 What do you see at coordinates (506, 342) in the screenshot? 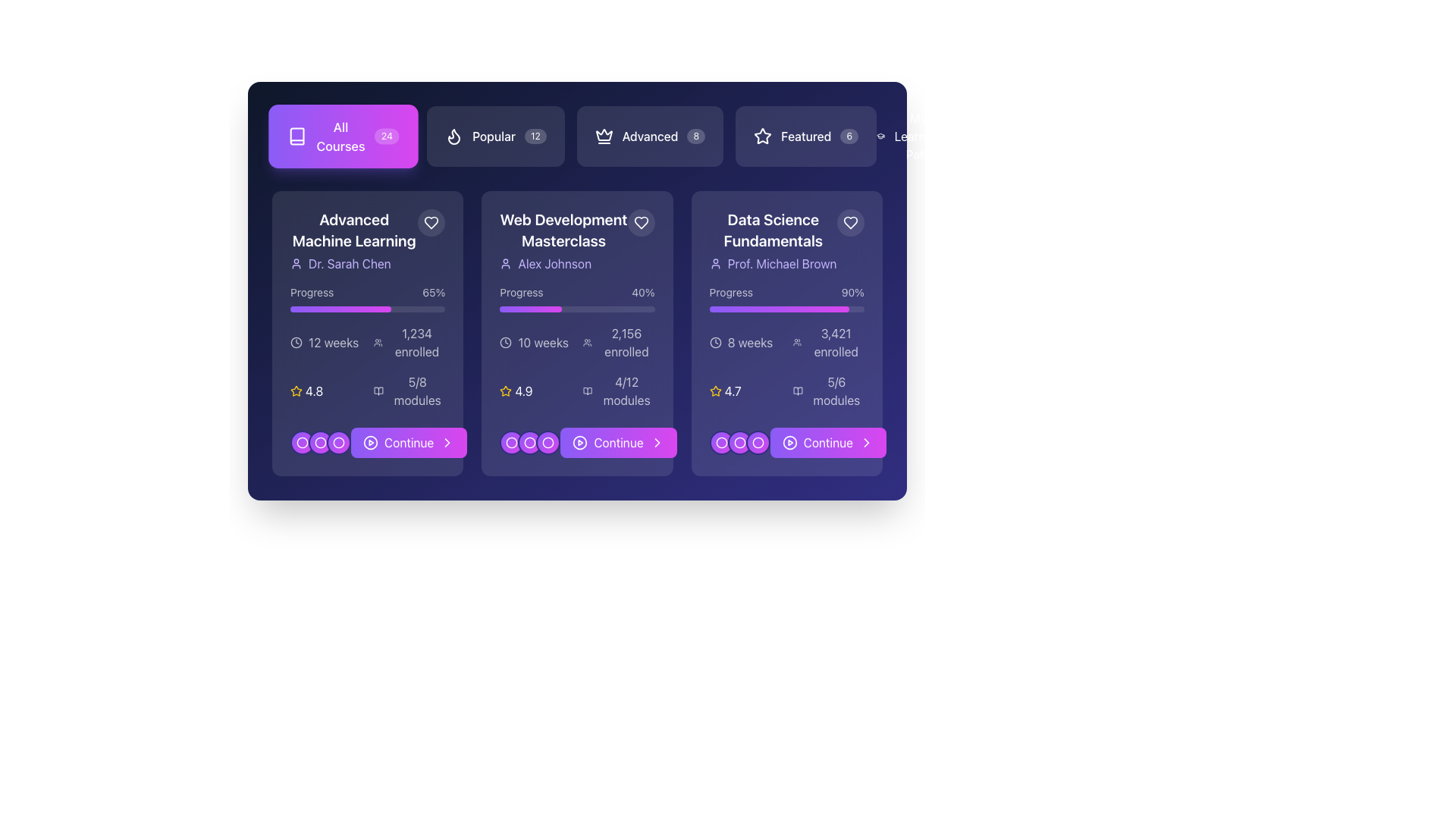
I see `the central SVG Circle element within the clock icon in the 'Web Development Masterclass' section of the interface` at bounding box center [506, 342].